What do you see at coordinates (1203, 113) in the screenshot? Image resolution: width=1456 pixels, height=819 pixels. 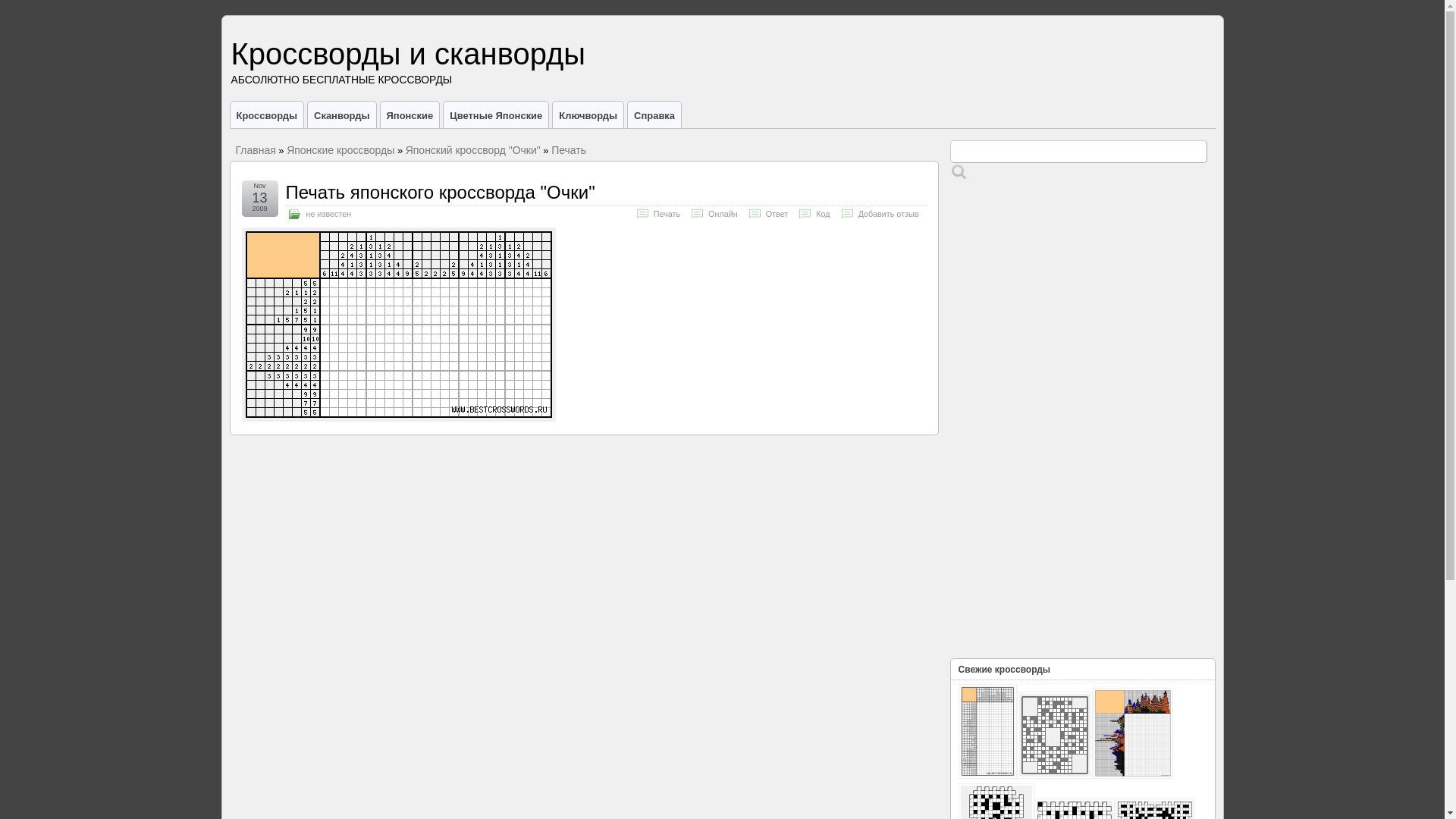 I see `'Google Plus'` at bounding box center [1203, 113].